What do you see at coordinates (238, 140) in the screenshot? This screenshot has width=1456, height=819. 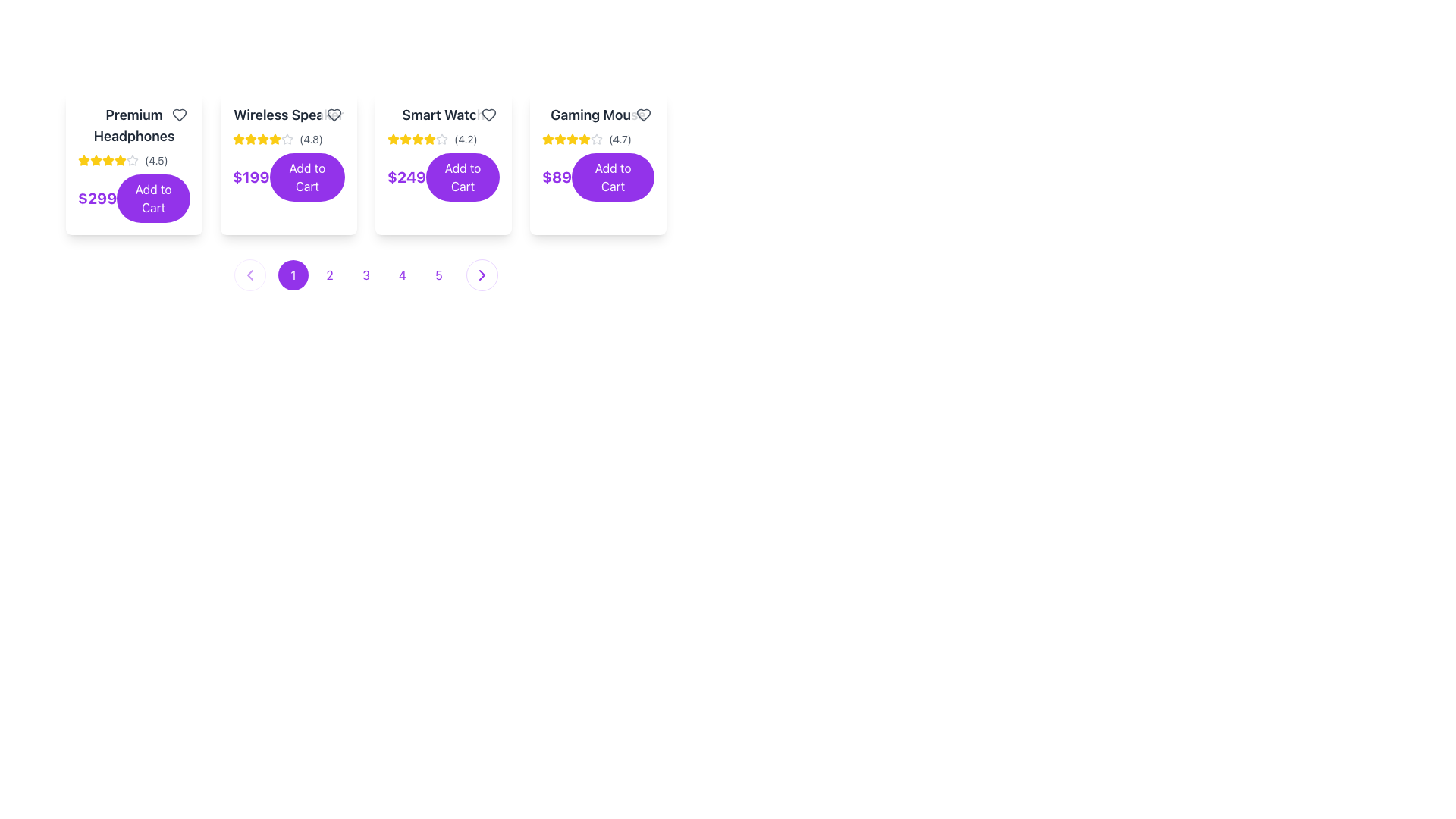 I see `the leftmost star icon representing the rating for the product in the 'Wireless Speaker' card` at bounding box center [238, 140].